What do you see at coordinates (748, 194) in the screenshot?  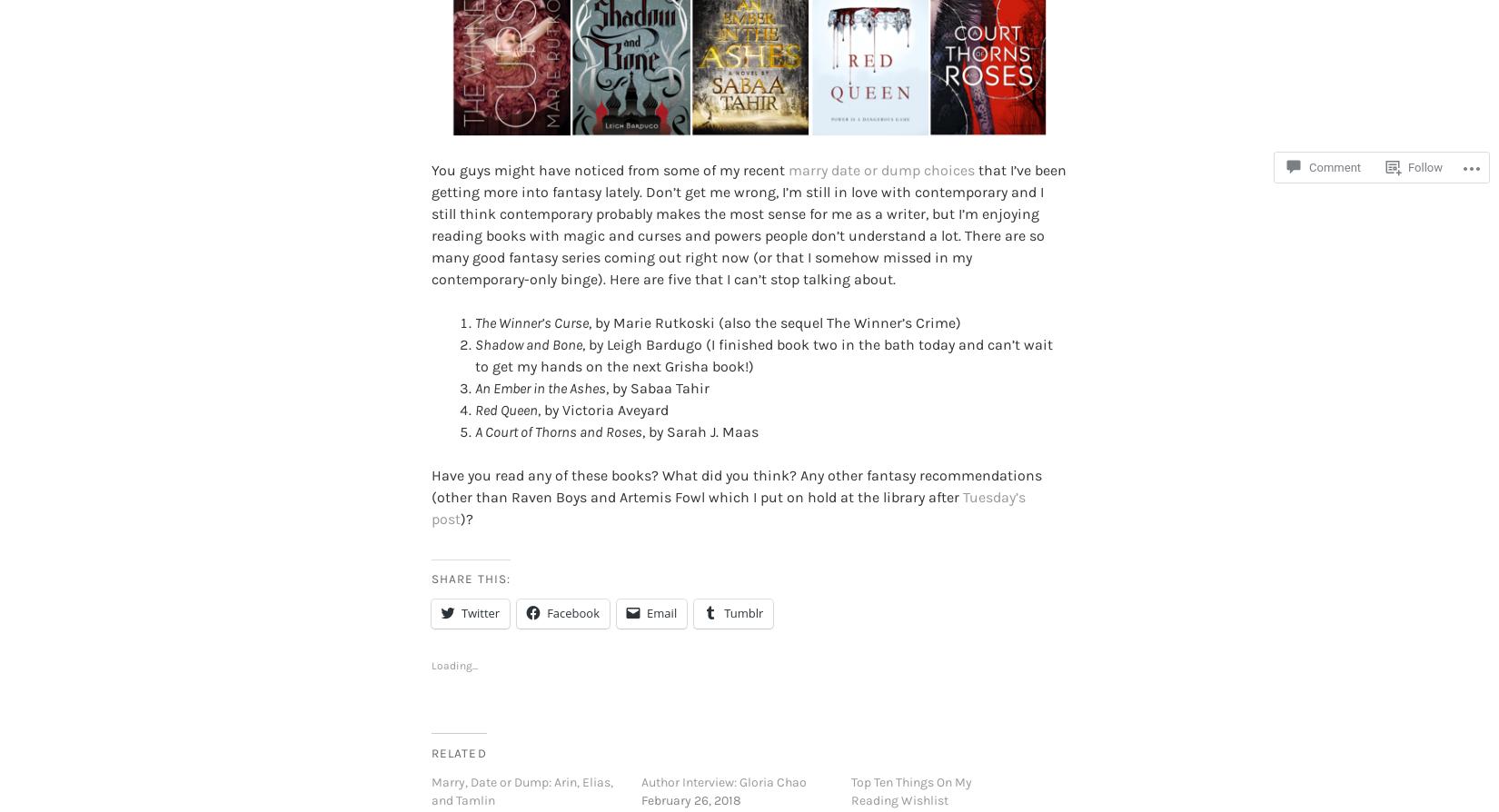 I see `'that I’ve been getting more into fantasy lately. Don’t get me wrong, I’m still in love with contemporary and I still think contemporary probably makes the most sense for me as a writer, but I’m enjoying reading books with magic and curses and powers people don’t understand a lot. There are so many good fantasy series coming out right now (or that I somehow missed in my contemporary-only binge). Here are five that I can’t stop talking about.'` at bounding box center [748, 194].